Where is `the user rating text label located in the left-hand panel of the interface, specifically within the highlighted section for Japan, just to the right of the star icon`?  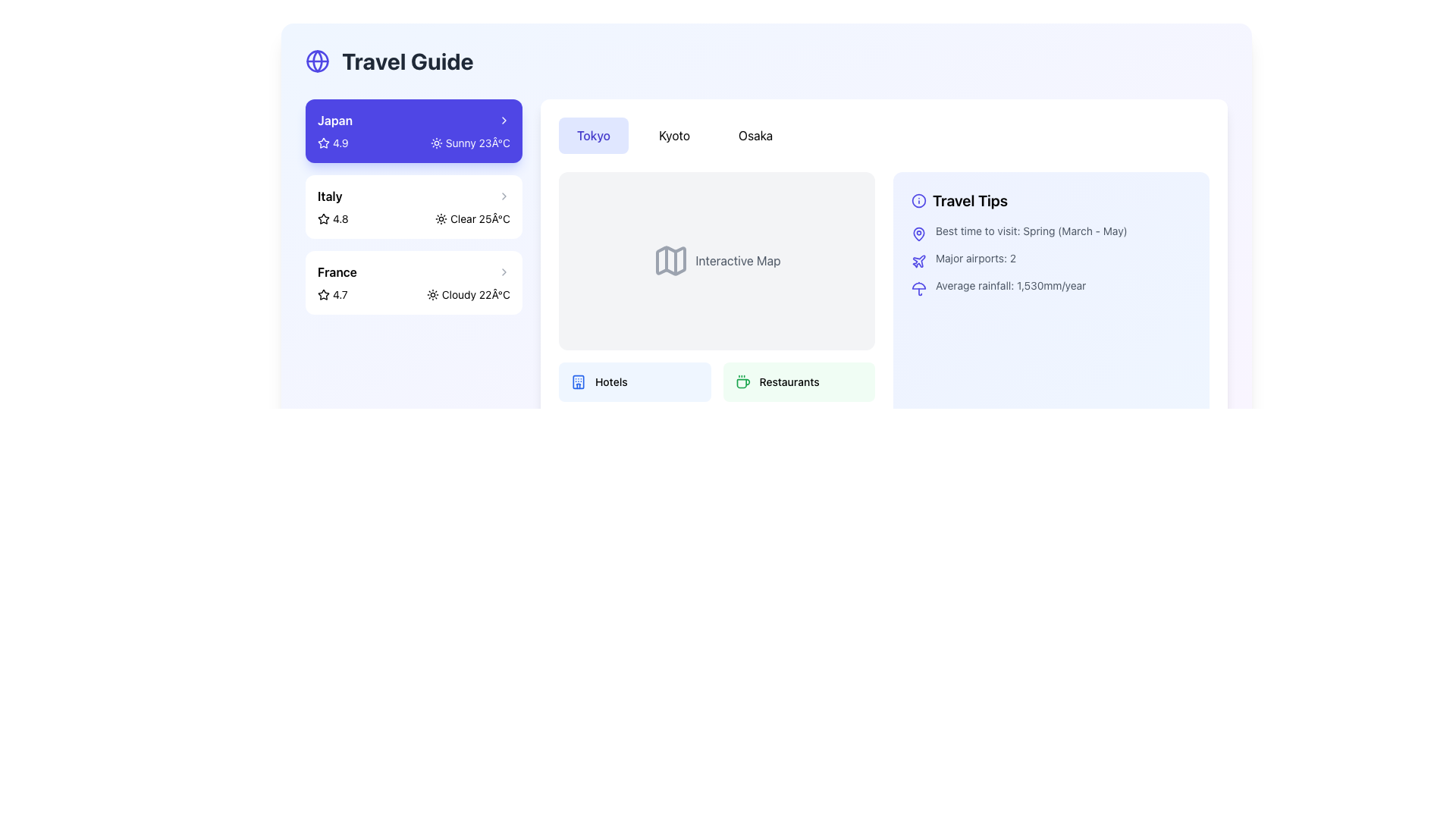
the user rating text label located in the left-hand panel of the interface, specifically within the highlighted section for Japan, just to the right of the star icon is located at coordinates (332, 143).